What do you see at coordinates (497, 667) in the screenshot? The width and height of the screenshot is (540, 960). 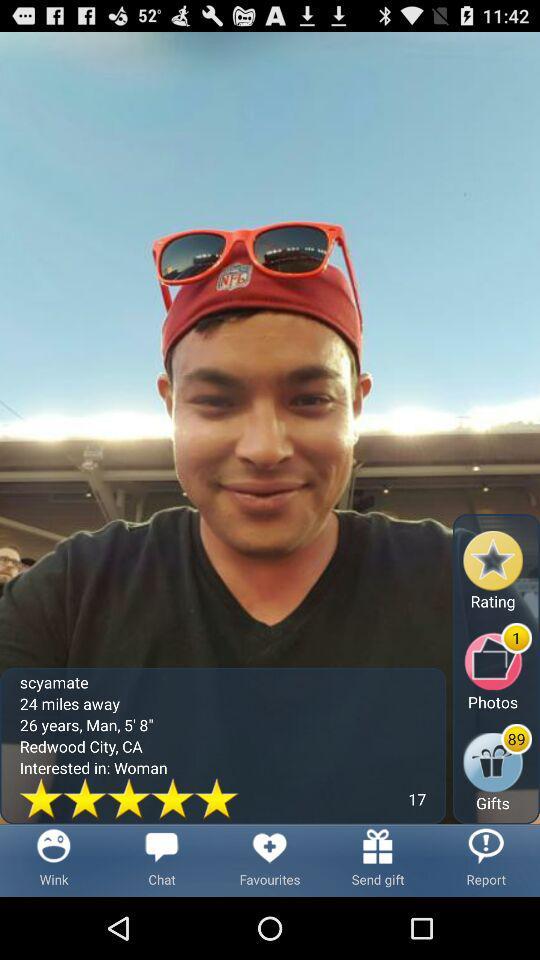 I see `item above the gifts item` at bounding box center [497, 667].